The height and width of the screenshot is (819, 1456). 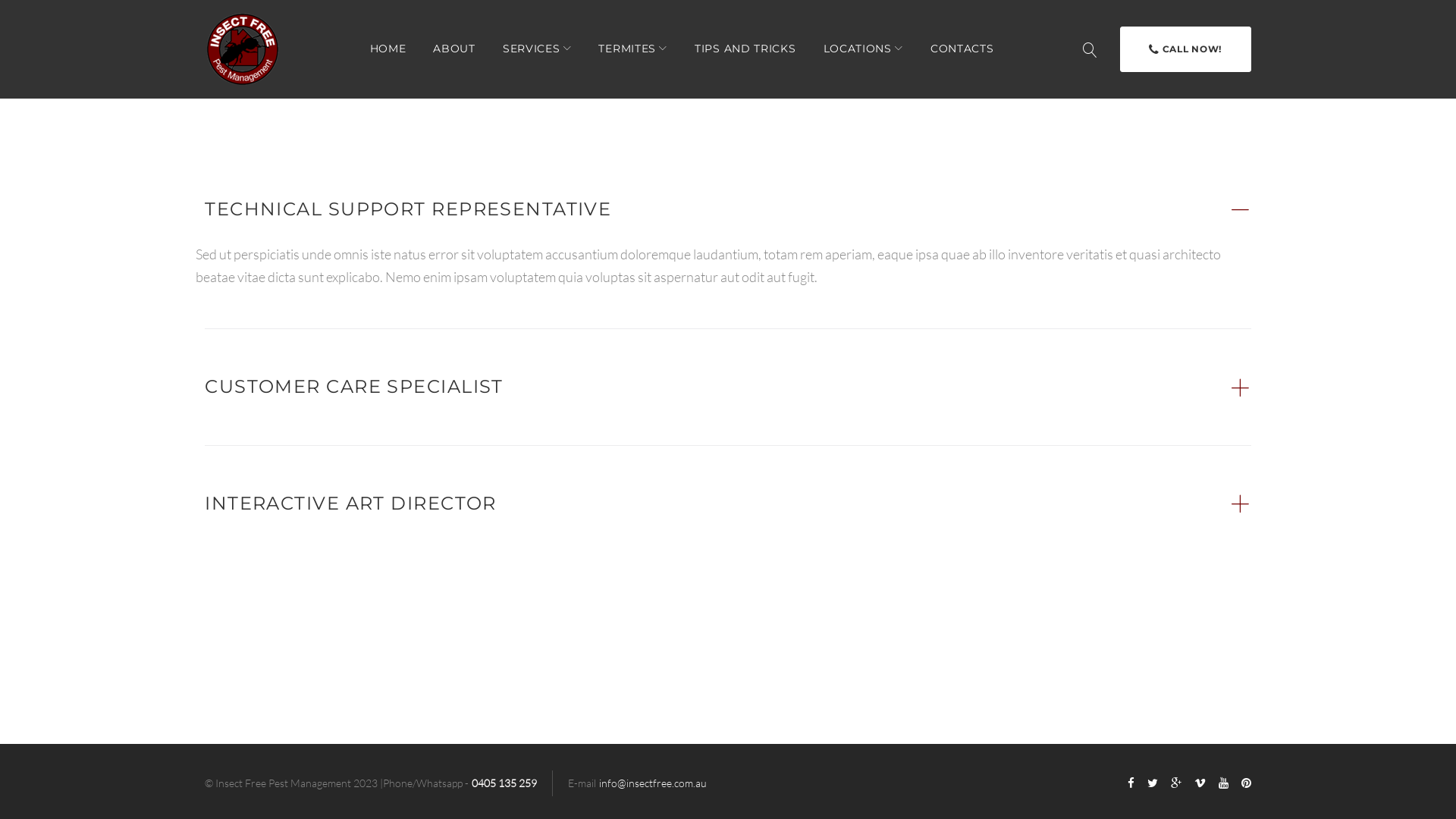 I want to click on 'CONTACTS', so click(x=961, y=48).